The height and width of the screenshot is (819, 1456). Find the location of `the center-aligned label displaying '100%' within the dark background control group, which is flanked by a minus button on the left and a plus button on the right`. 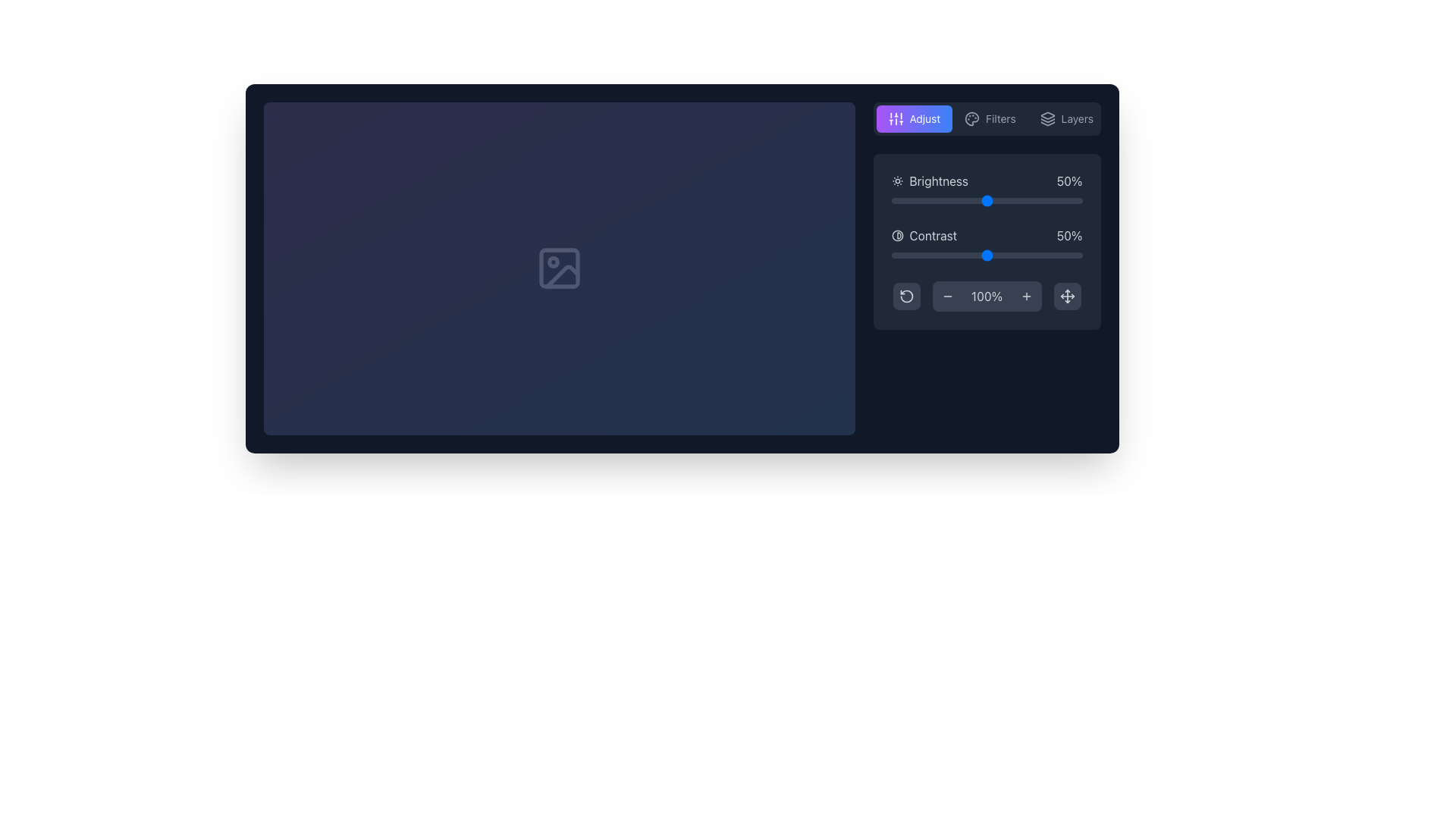

the center-aligned label displaying '100%' within the dark background control group, which is flanked by a minus button on the left and a plus button on the right is located at coordinates (987, 296).